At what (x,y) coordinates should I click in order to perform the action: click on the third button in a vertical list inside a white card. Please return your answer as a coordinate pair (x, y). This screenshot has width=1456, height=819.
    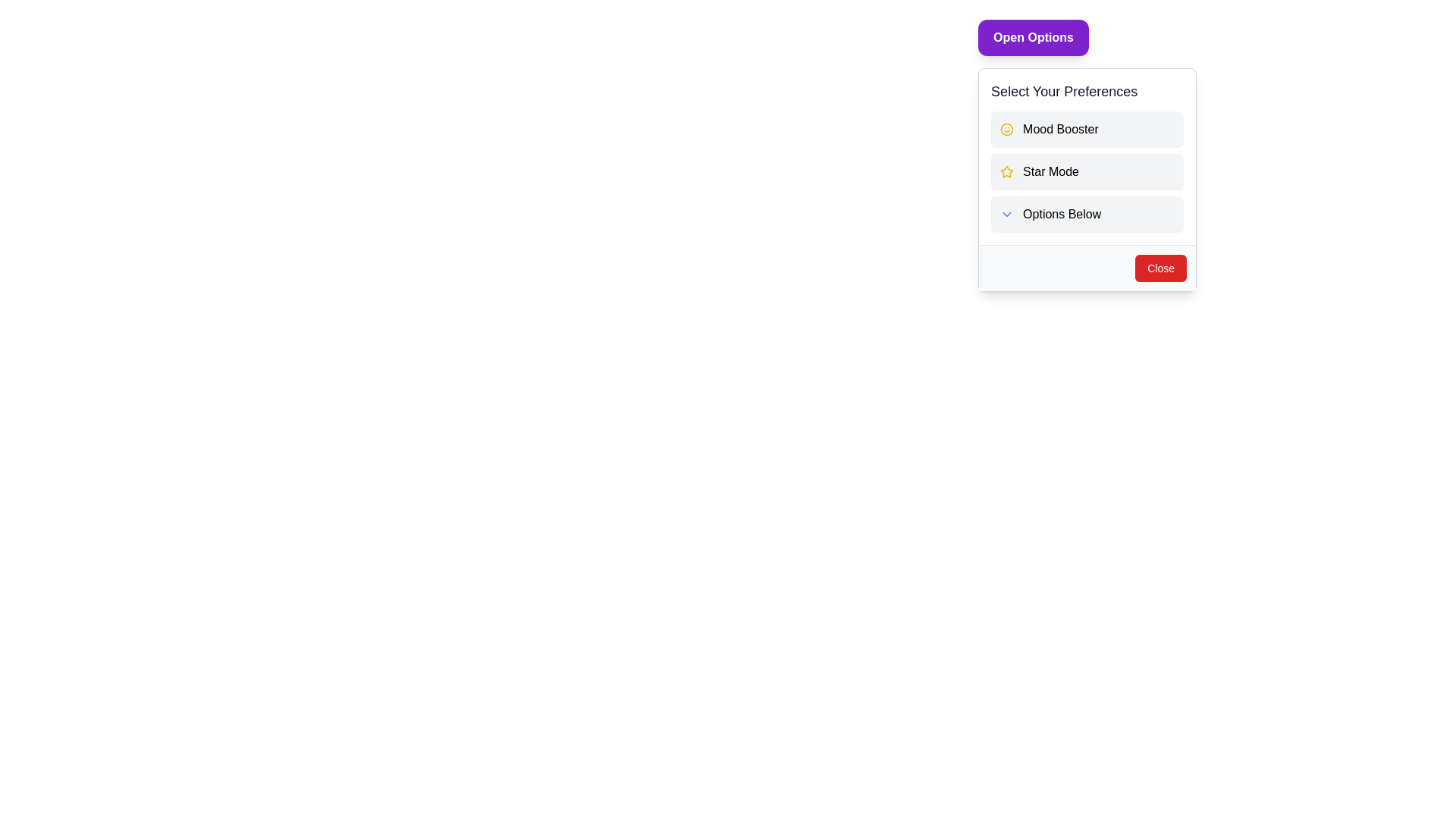
    Looking at the image, I should click on (1087, 214).